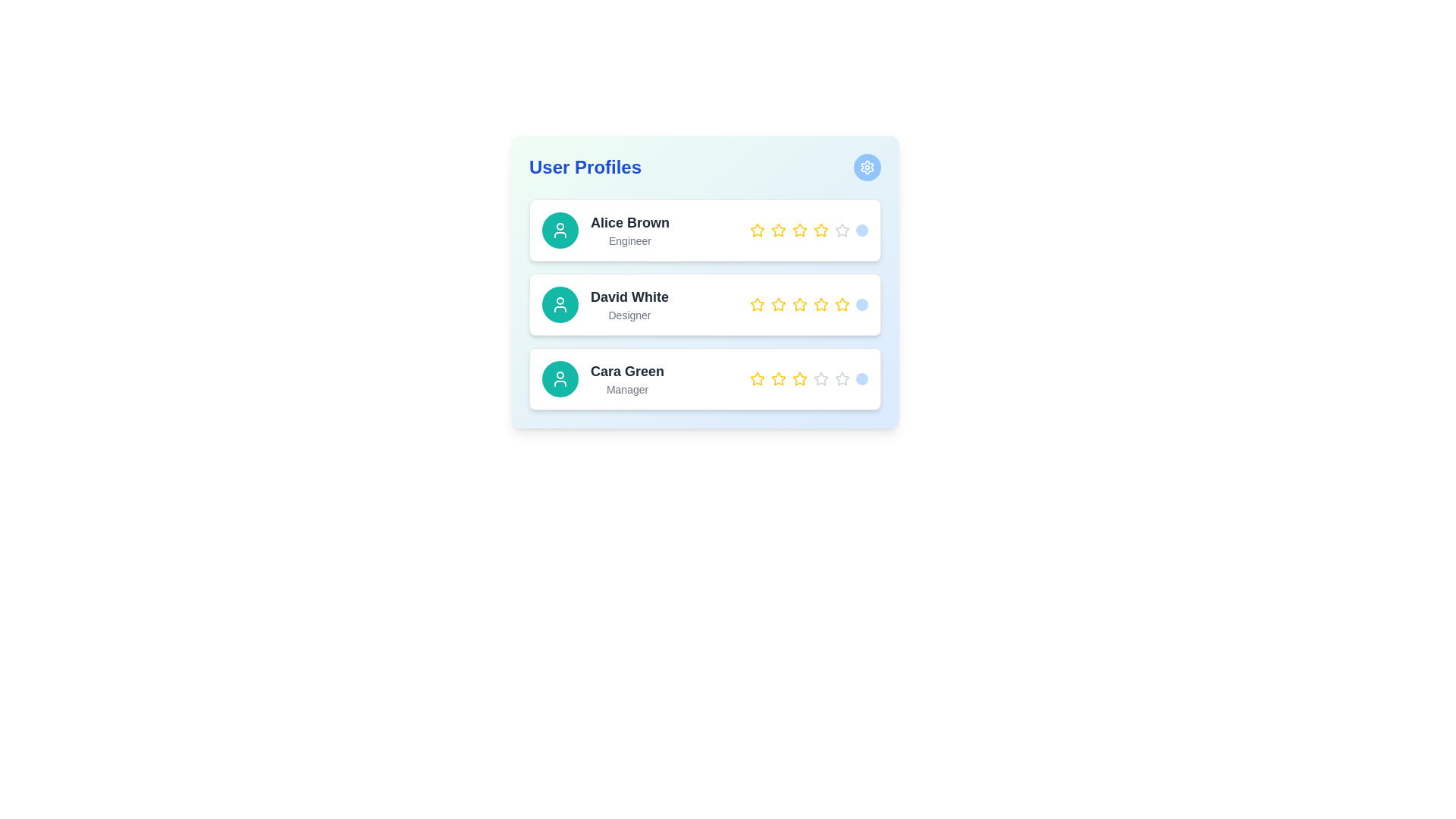 Image resolution: width=1456 pixels, height=819 pixels. I want to click on the text label displaying 'David White' in bold style, so click(629, 297).